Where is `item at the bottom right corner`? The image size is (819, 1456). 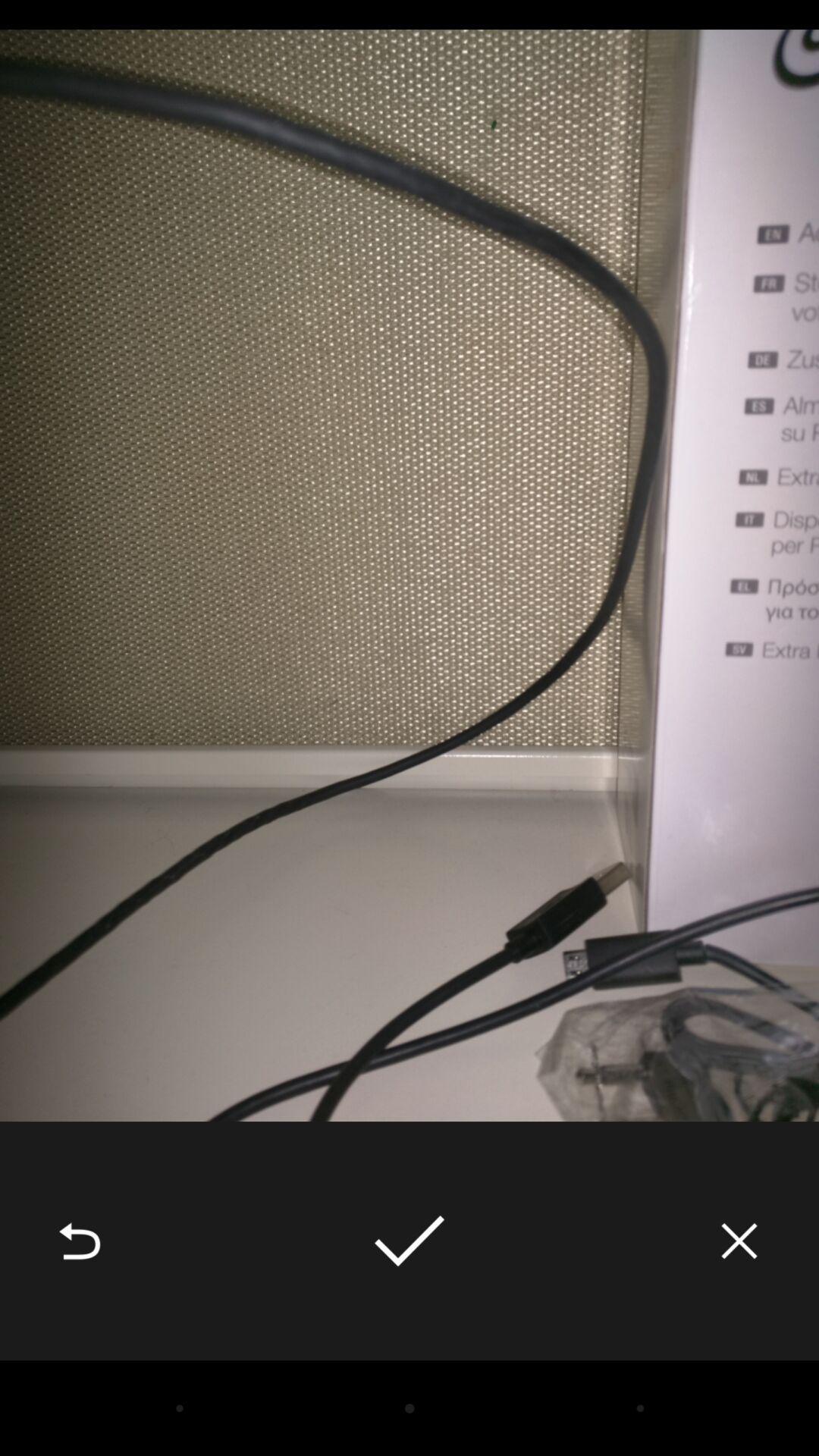
item at the bottom right corner is located at coordinates (739, 1241).